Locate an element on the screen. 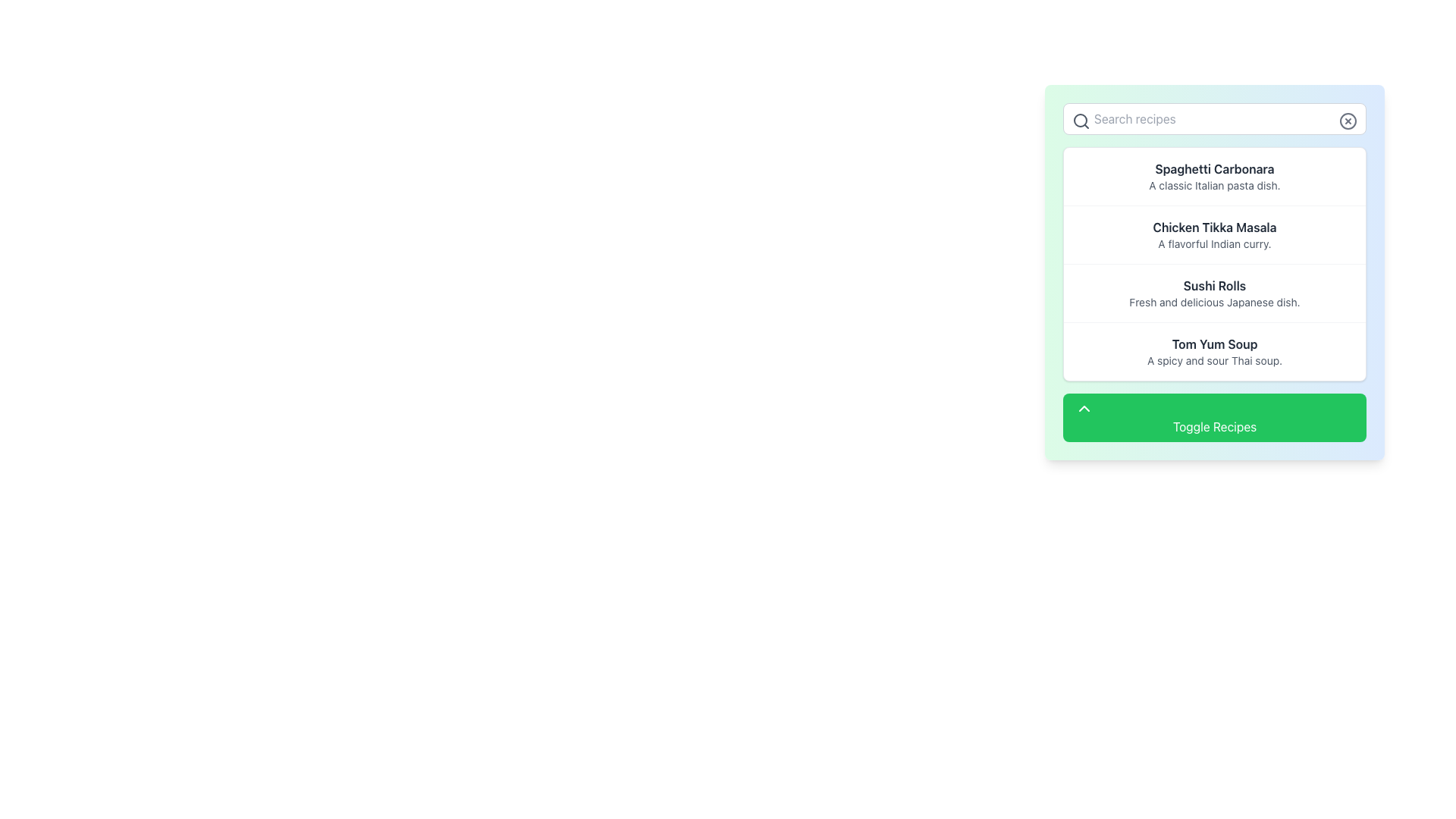 This screenshot has height=819, width=1456. the text label that serves as the title for a recipe entry, located in the lower section of the recipe list, positioned above the descriptive text 'A spicy and sour Thai soup.' and below 'Sushi Rolls' is located at coordinates (1215, 344).